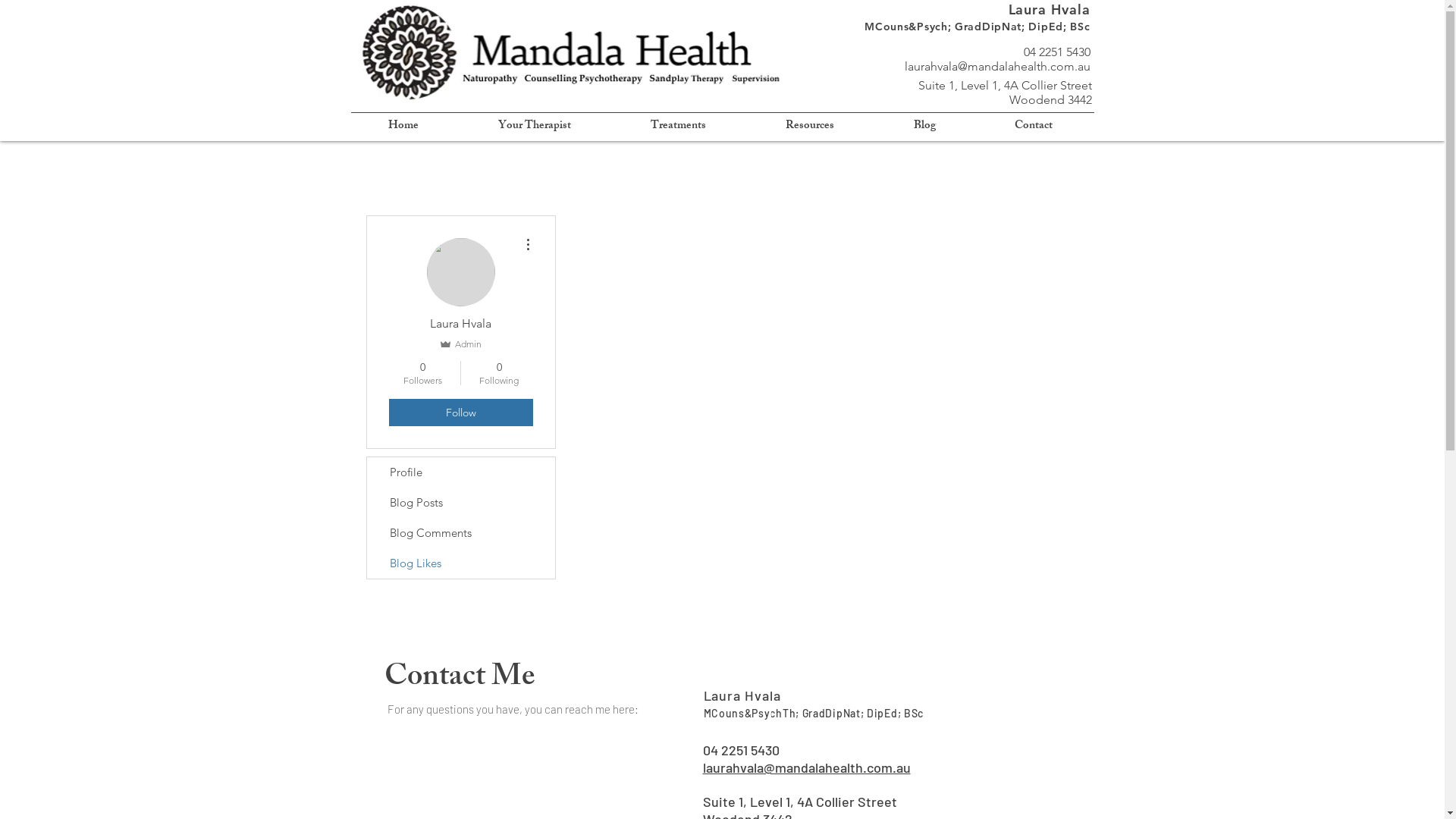 Image resolution: width=1456 pixels, height=819 pixels. Describe the element at coordinates (367, 503) in the screenshot. I see `'Blog Posts'` at that location.